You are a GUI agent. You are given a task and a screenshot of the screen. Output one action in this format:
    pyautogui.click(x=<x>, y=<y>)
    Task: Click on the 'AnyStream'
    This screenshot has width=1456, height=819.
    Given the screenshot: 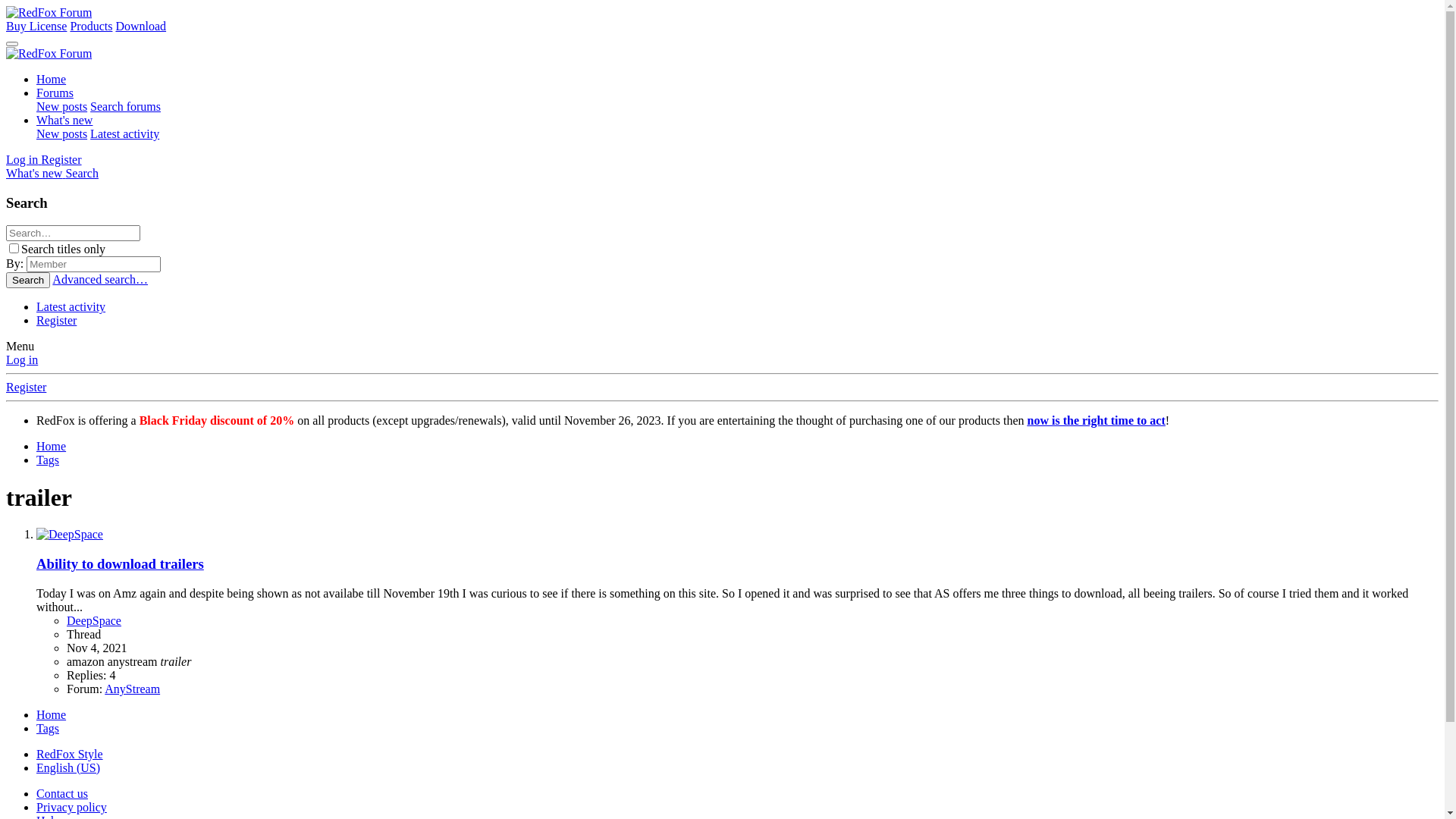 What is the action you would take?
    pyautogui.click(x=104, y=689)
    